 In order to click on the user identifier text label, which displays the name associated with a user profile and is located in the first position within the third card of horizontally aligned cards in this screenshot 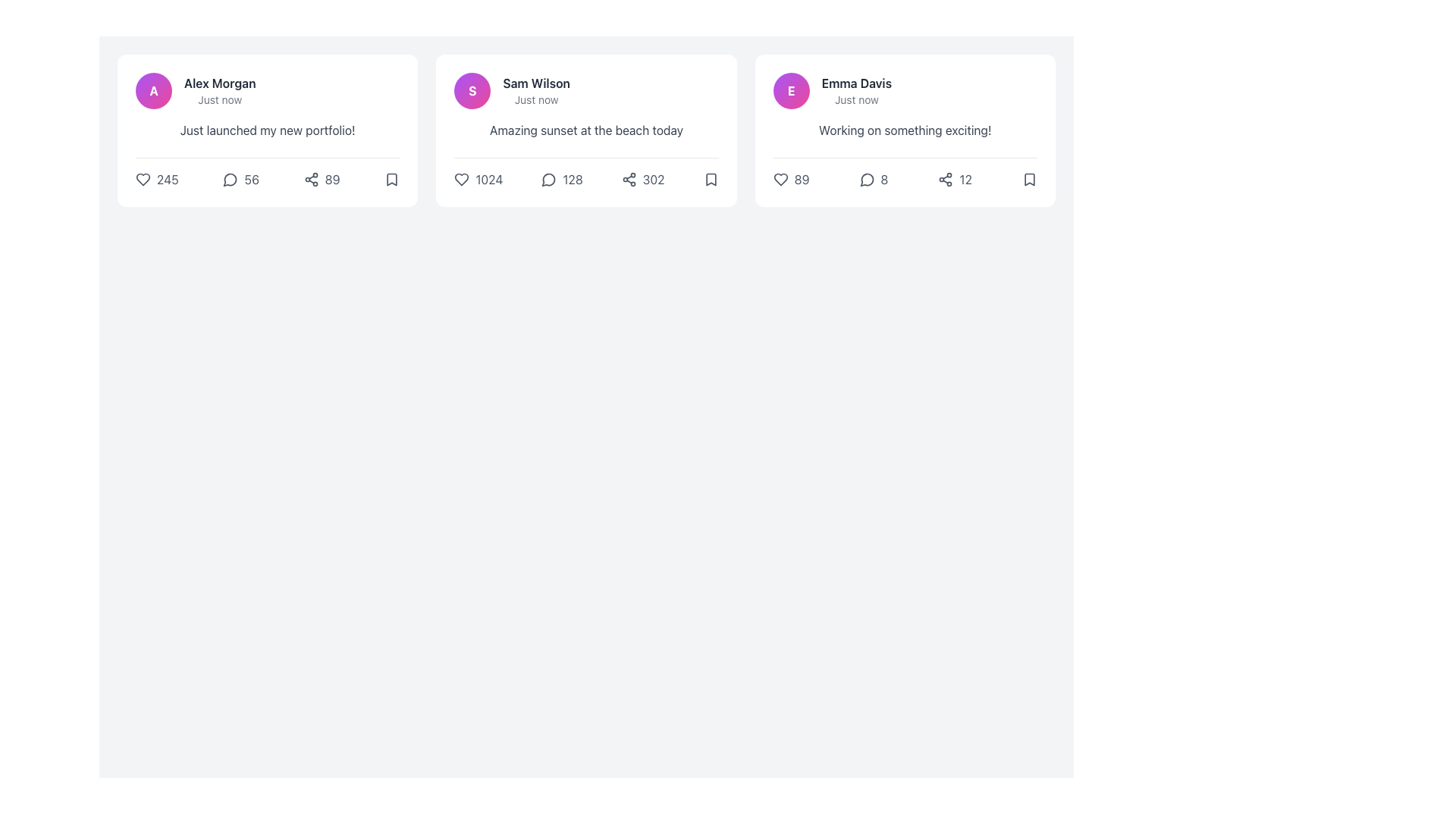, I will do `click(856, 83)`.